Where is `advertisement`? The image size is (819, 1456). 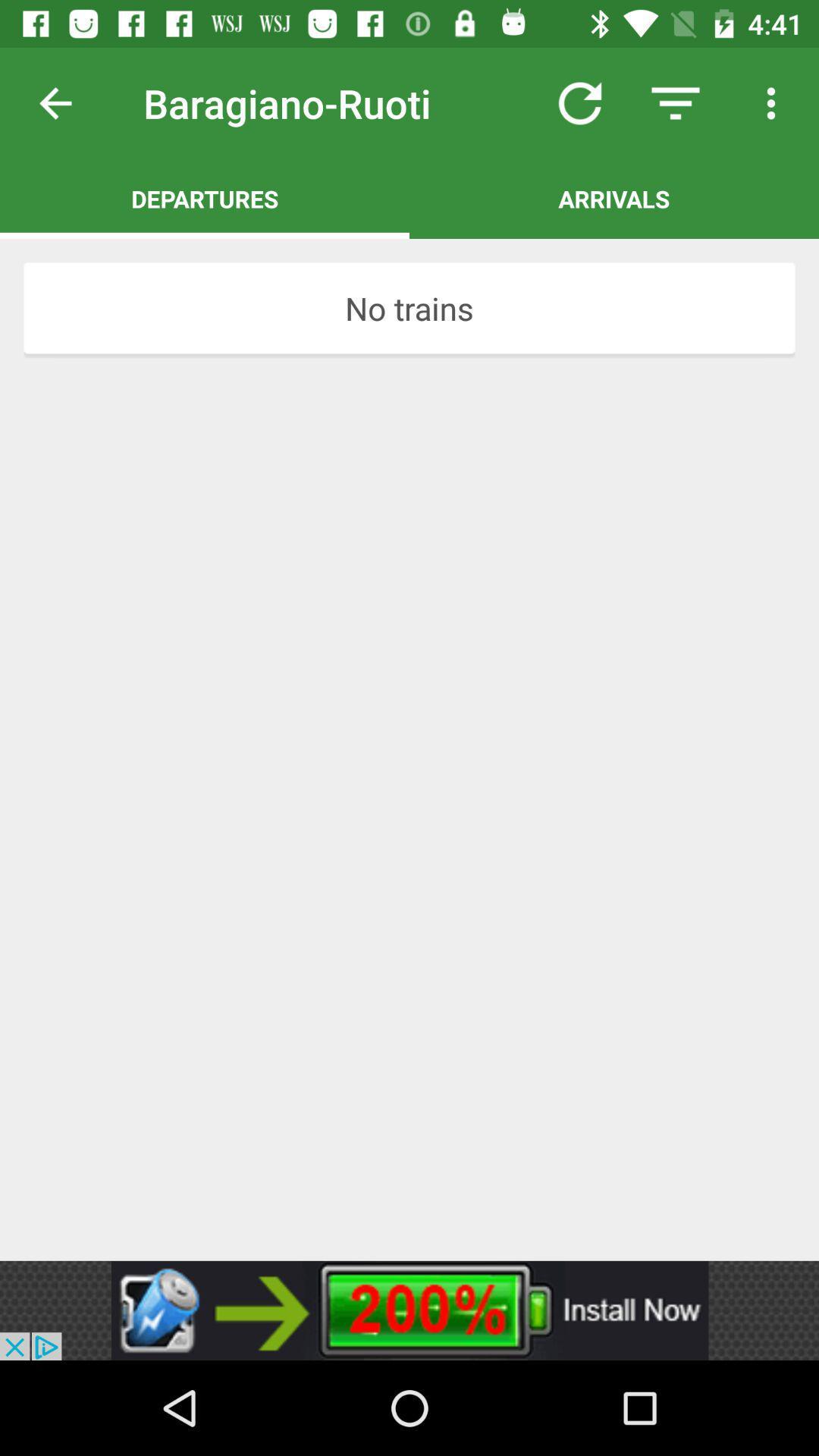 advertisement is located at coordinates (409, 1310).